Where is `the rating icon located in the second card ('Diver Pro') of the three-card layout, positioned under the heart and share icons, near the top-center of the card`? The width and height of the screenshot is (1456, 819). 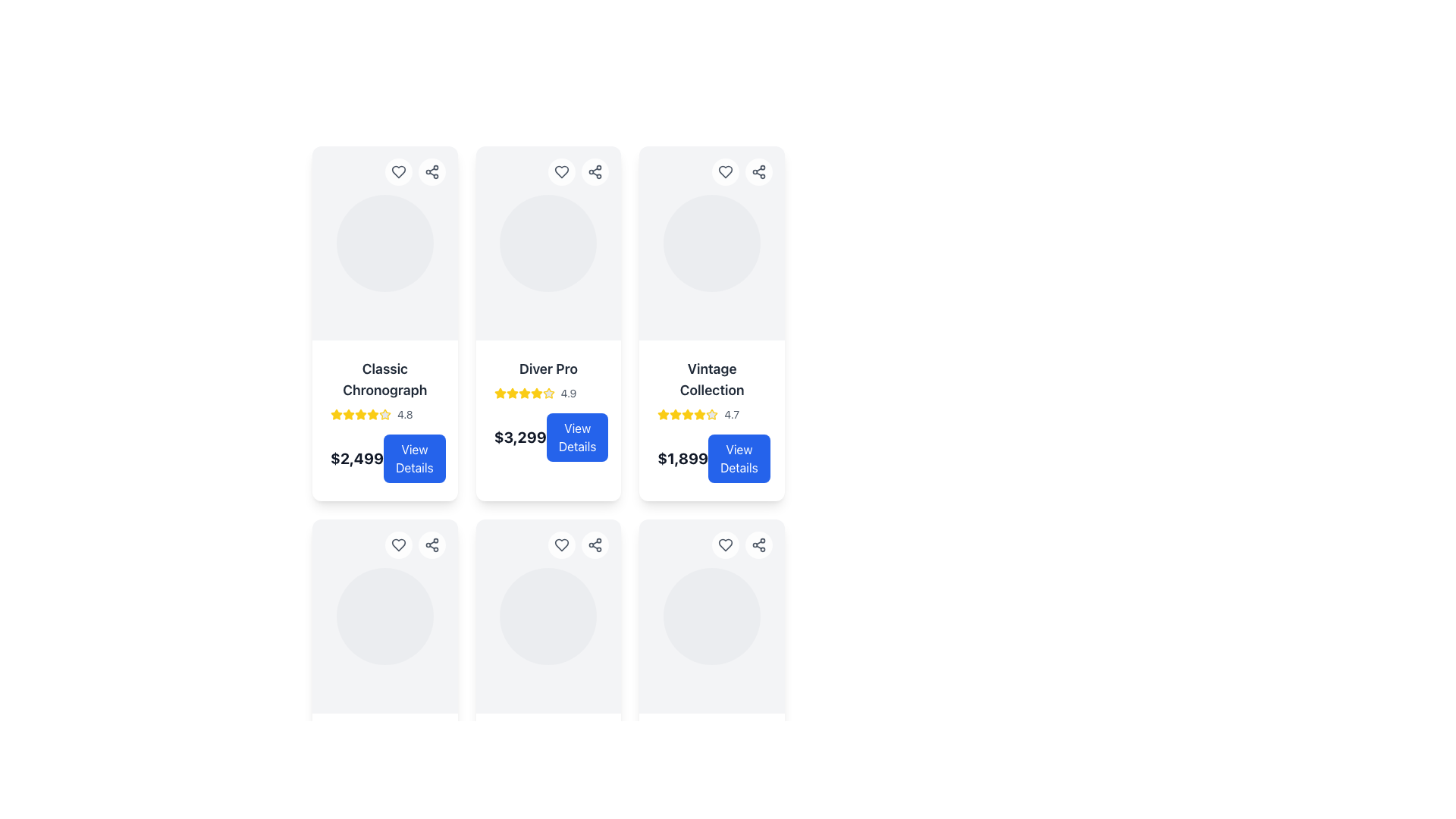
the rating icon located in the second card ('Diver Pro') of the three-card layout, positioned under the heart and share icons, near the top-center of the card is located at coordinates (500, 392).